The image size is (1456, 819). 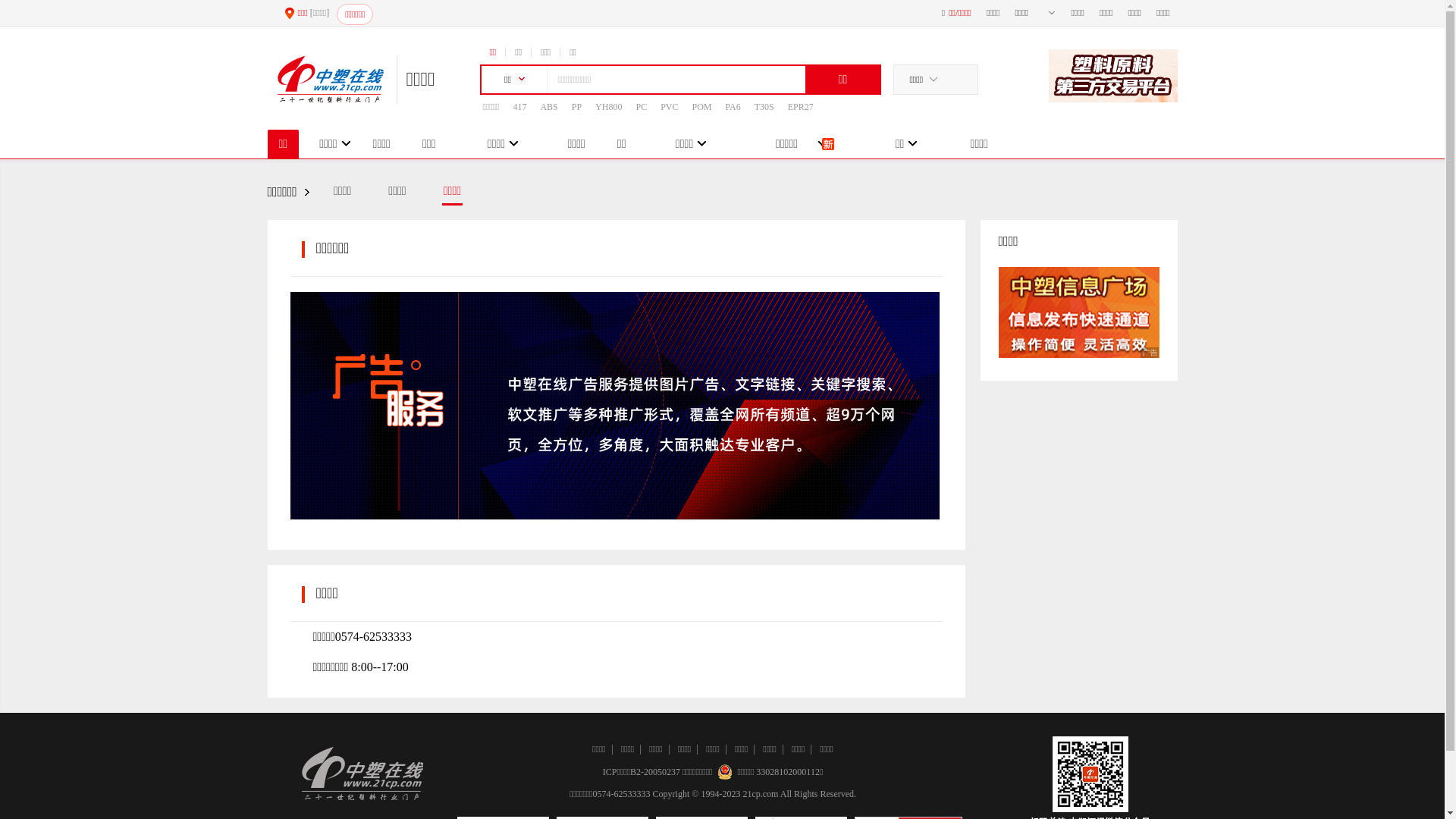 What do you see at coordinates (701, 106) in the screenshot?
I see `'POM'` at bounding box center [701, 106].